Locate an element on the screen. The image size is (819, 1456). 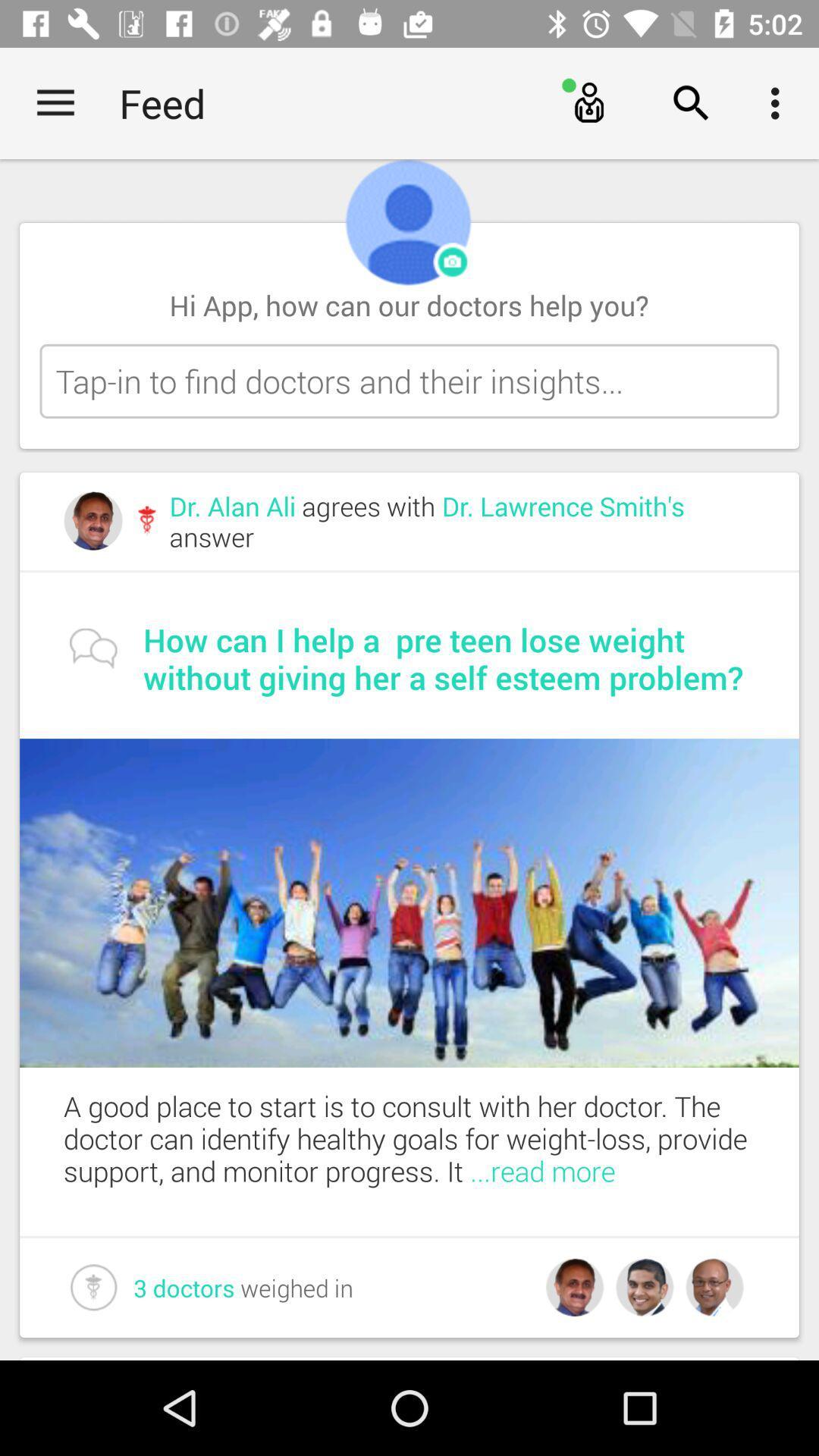
item above a good place is located at coordinates (409, 902).